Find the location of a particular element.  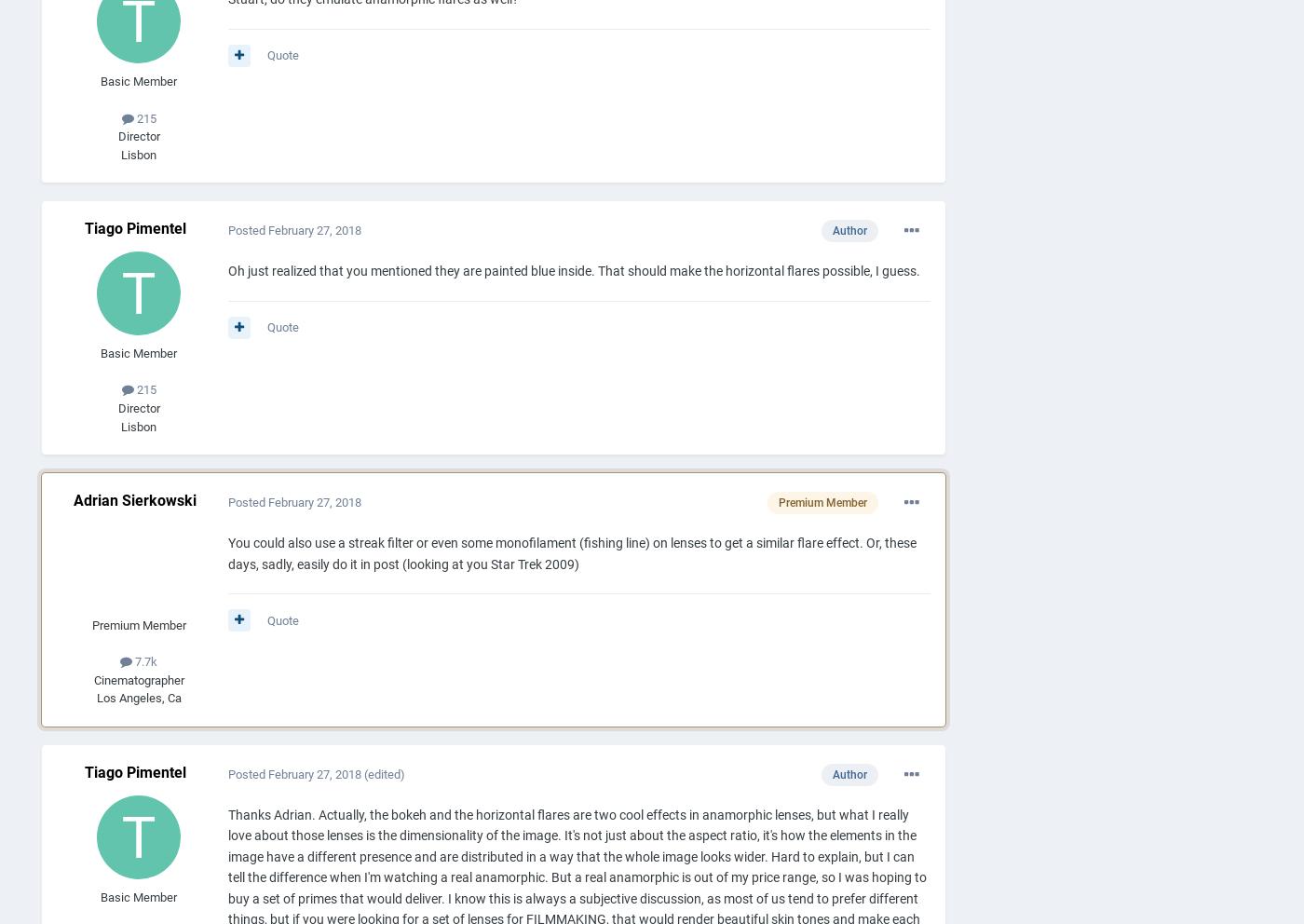

'Adrian Sierkowski' is located at coordinates (135, 499).